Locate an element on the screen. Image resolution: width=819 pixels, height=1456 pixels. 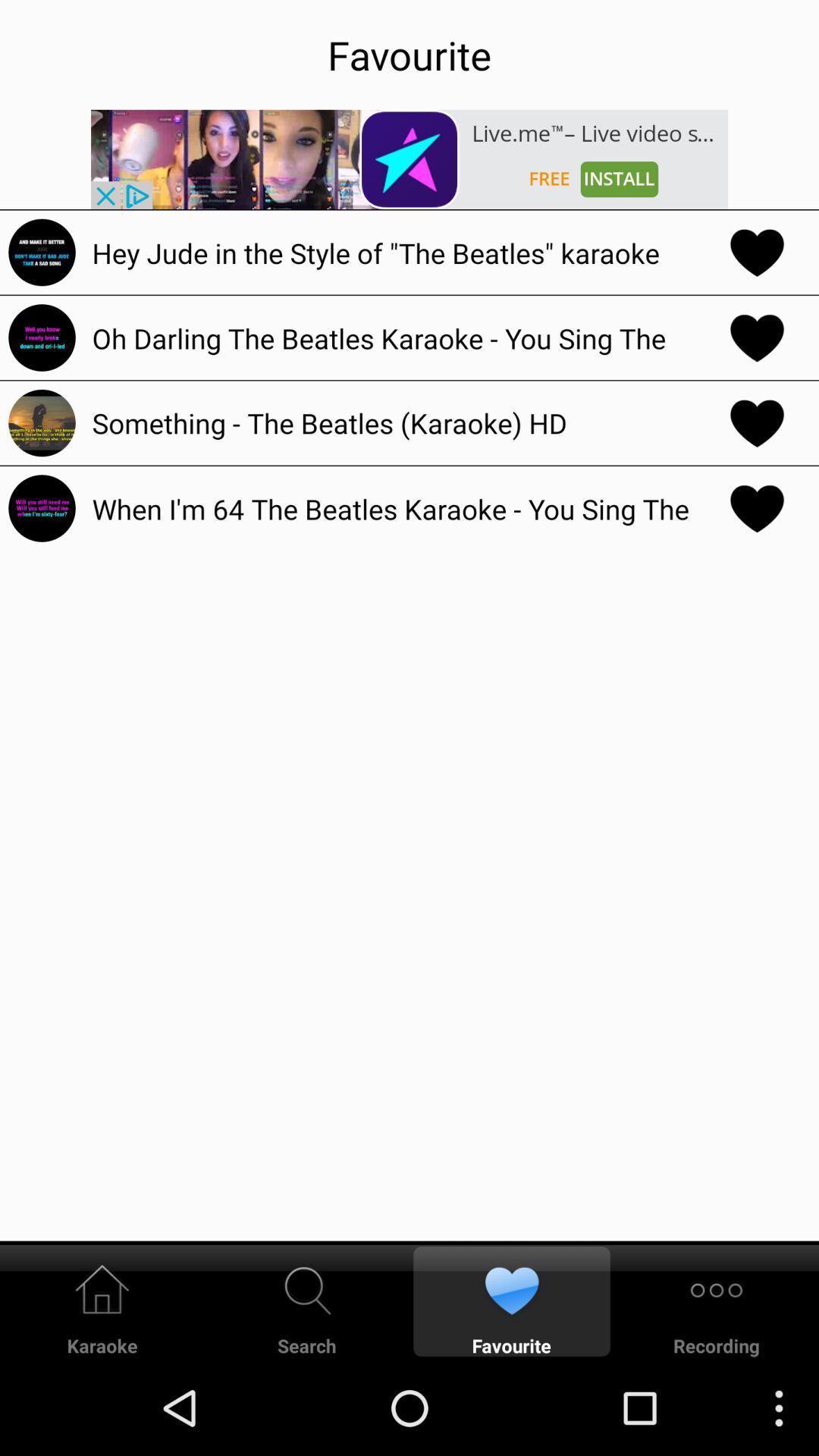
the icon to left side of oh darling the beatles karaoke  you sing the is located at coordinates (41, 337).